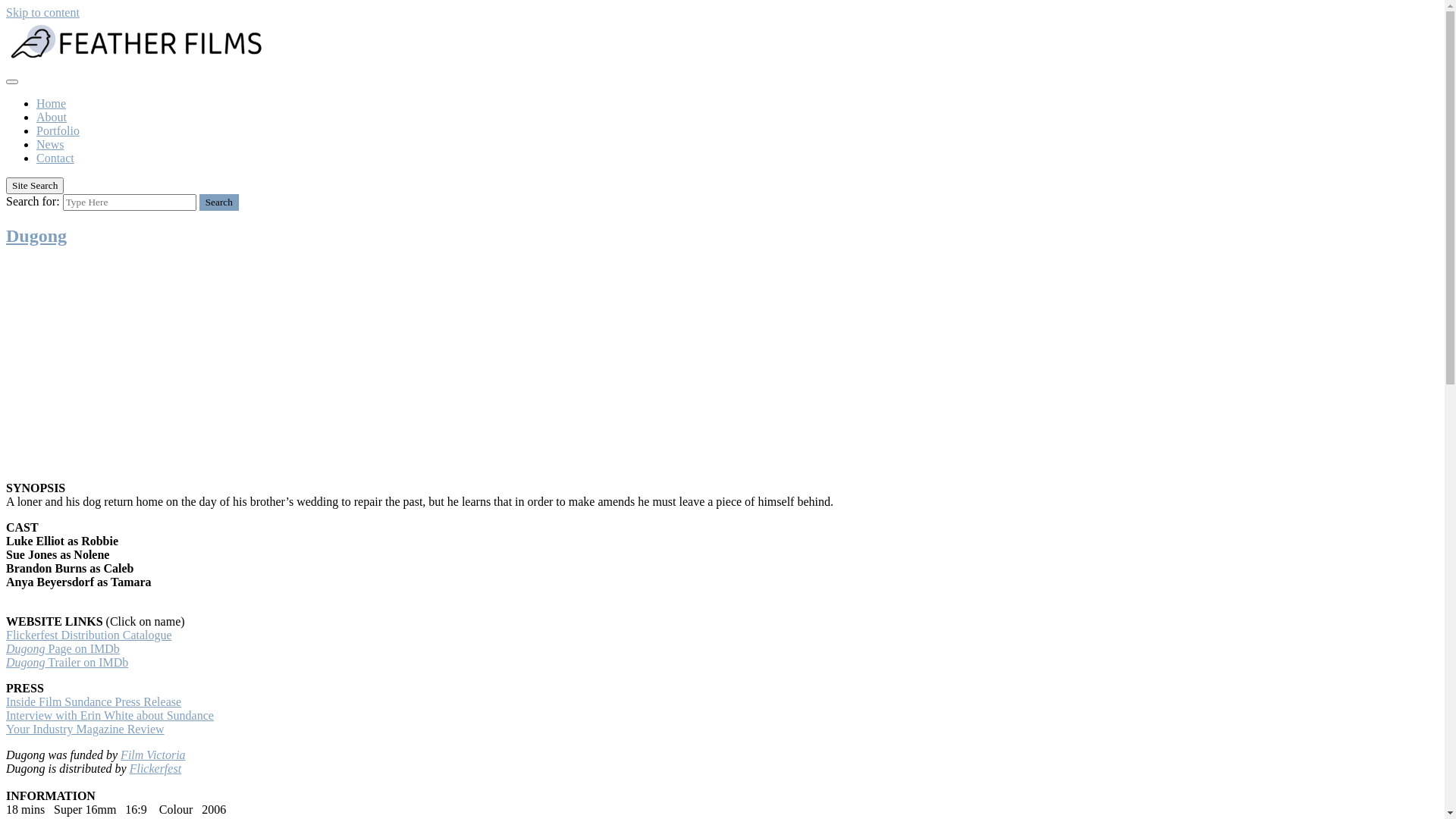  I want to click on 'Flickerfest Distribution Catalogue', so click(88, 635).